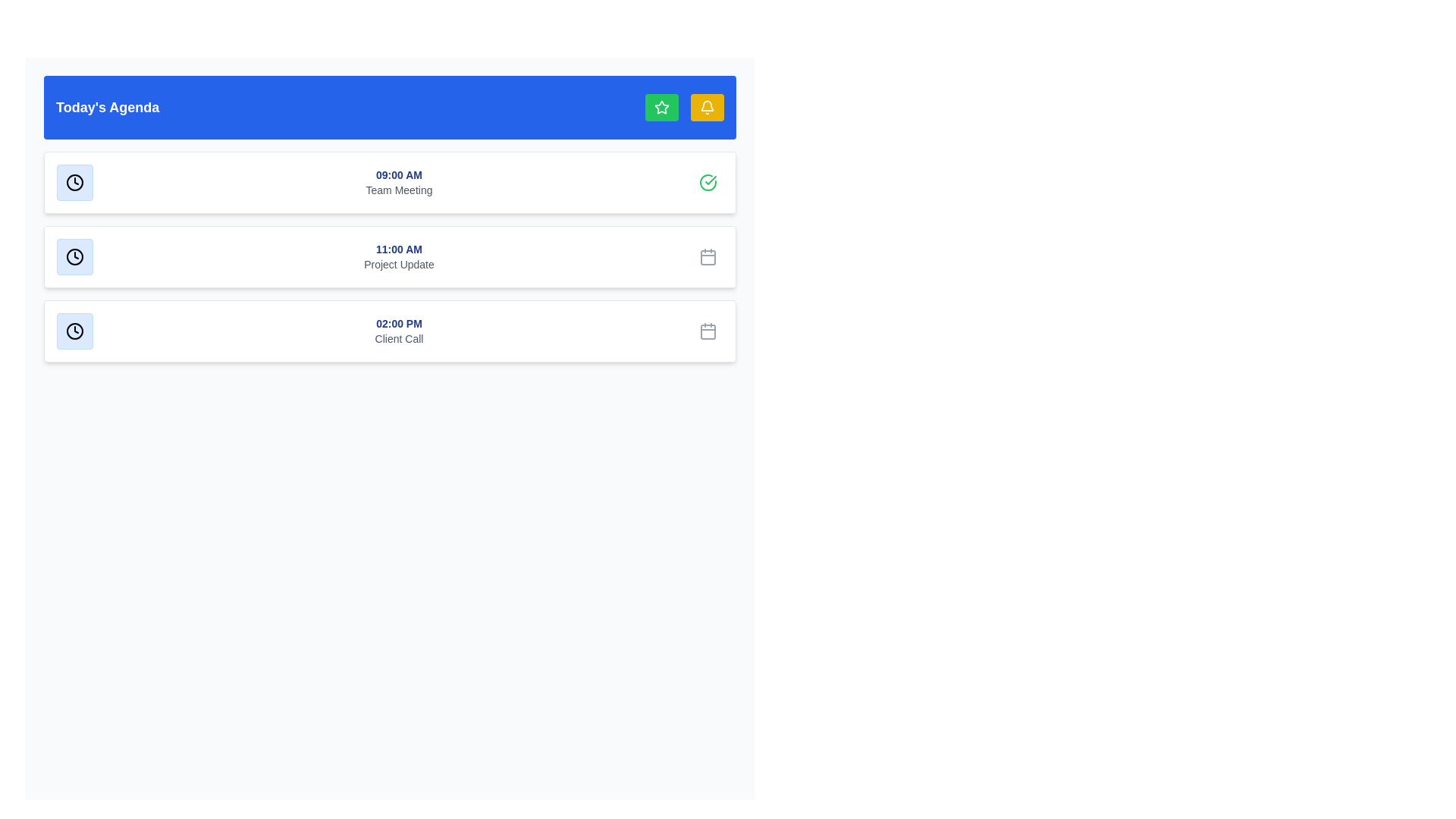 Image resolution: width=1456 pixels, height=819 pixels. What do you see at coordinates (662, 106) in the screenshot?
I see `the interactive icon located in the top-right section of the interface, within a green circular button in the header section colored blue` at bounding box center [662, 106].